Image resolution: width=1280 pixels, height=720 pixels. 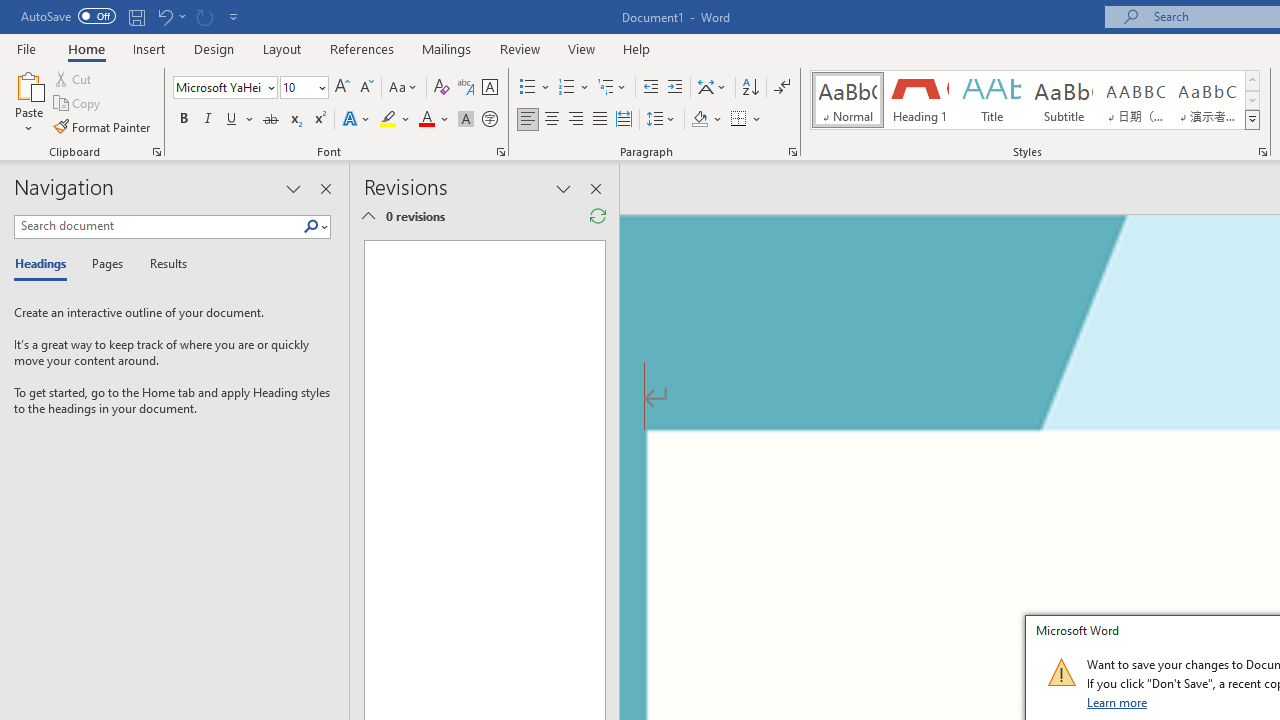 What do you see at coordinates (1036, 100) in the screenshot?
I see `'AutomationID: QuickStylesGallery'` at bounding box center [1036, 100].